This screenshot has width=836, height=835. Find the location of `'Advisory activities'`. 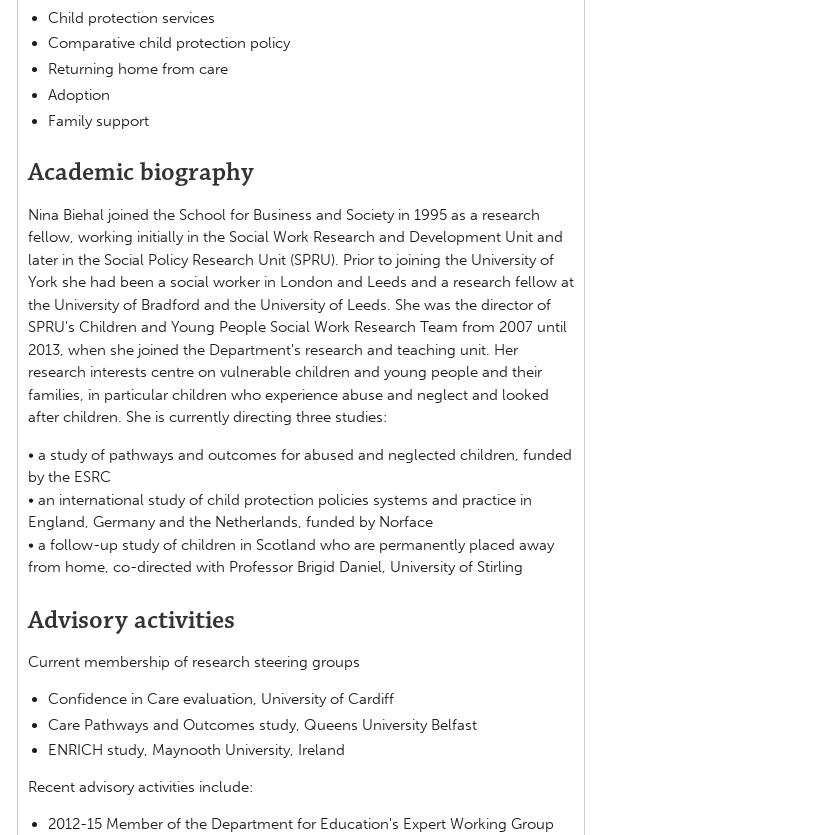

'Advisory activities' is located at coordinates (129, 617).